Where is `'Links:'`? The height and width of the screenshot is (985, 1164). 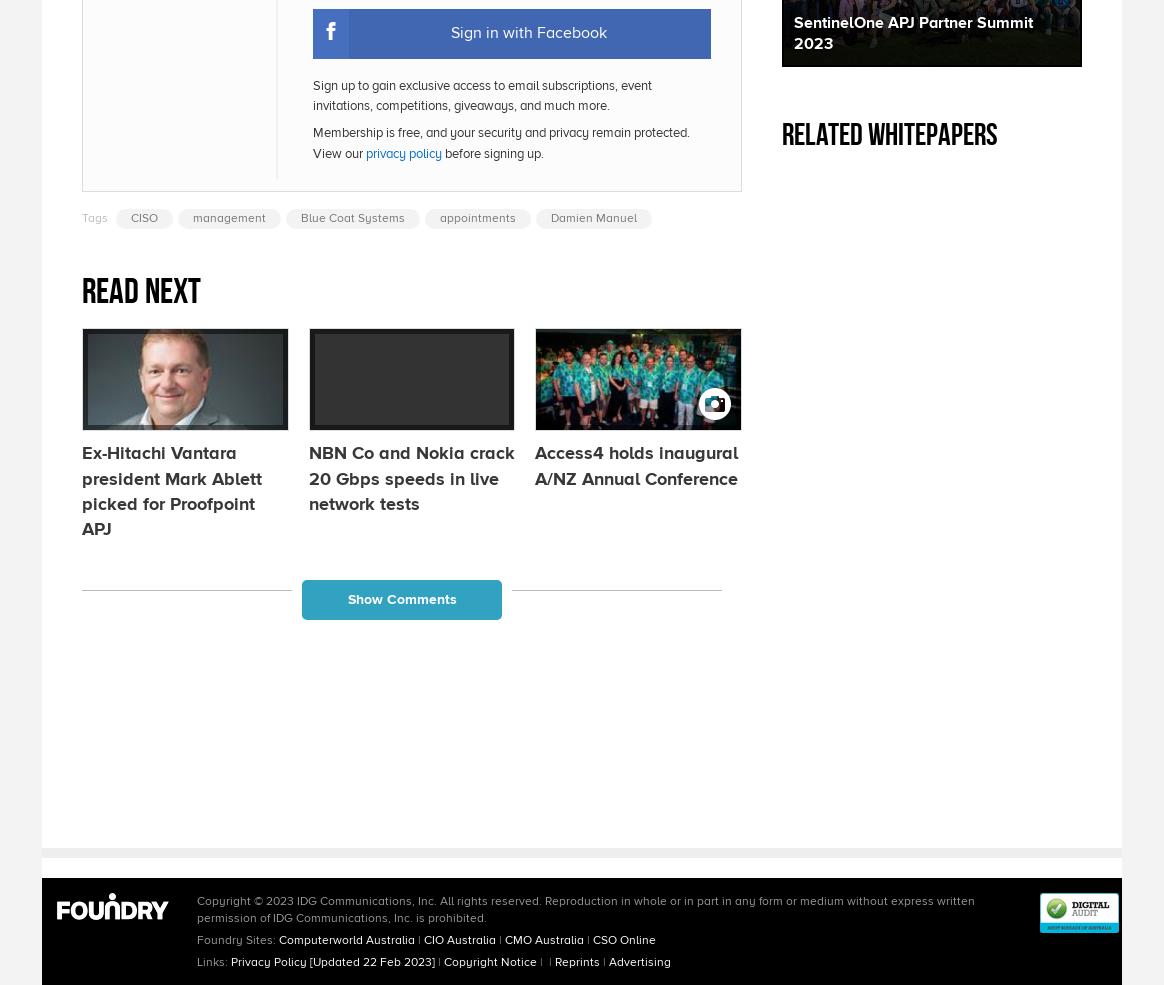
'Links:' is located at coordinates (213, 961).